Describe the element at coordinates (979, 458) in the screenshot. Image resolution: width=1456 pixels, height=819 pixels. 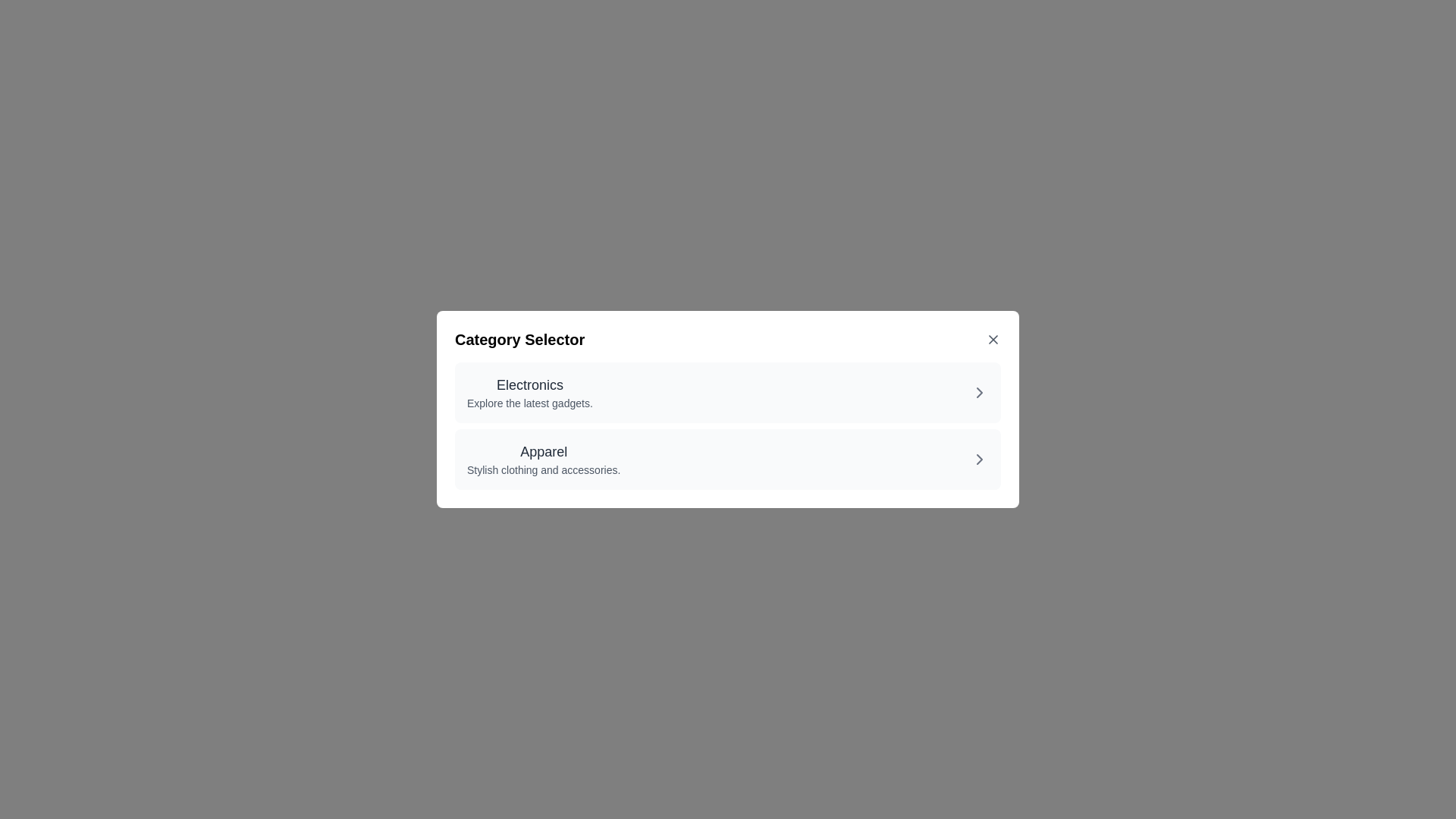
I see `the chevron-right icon` at that location.